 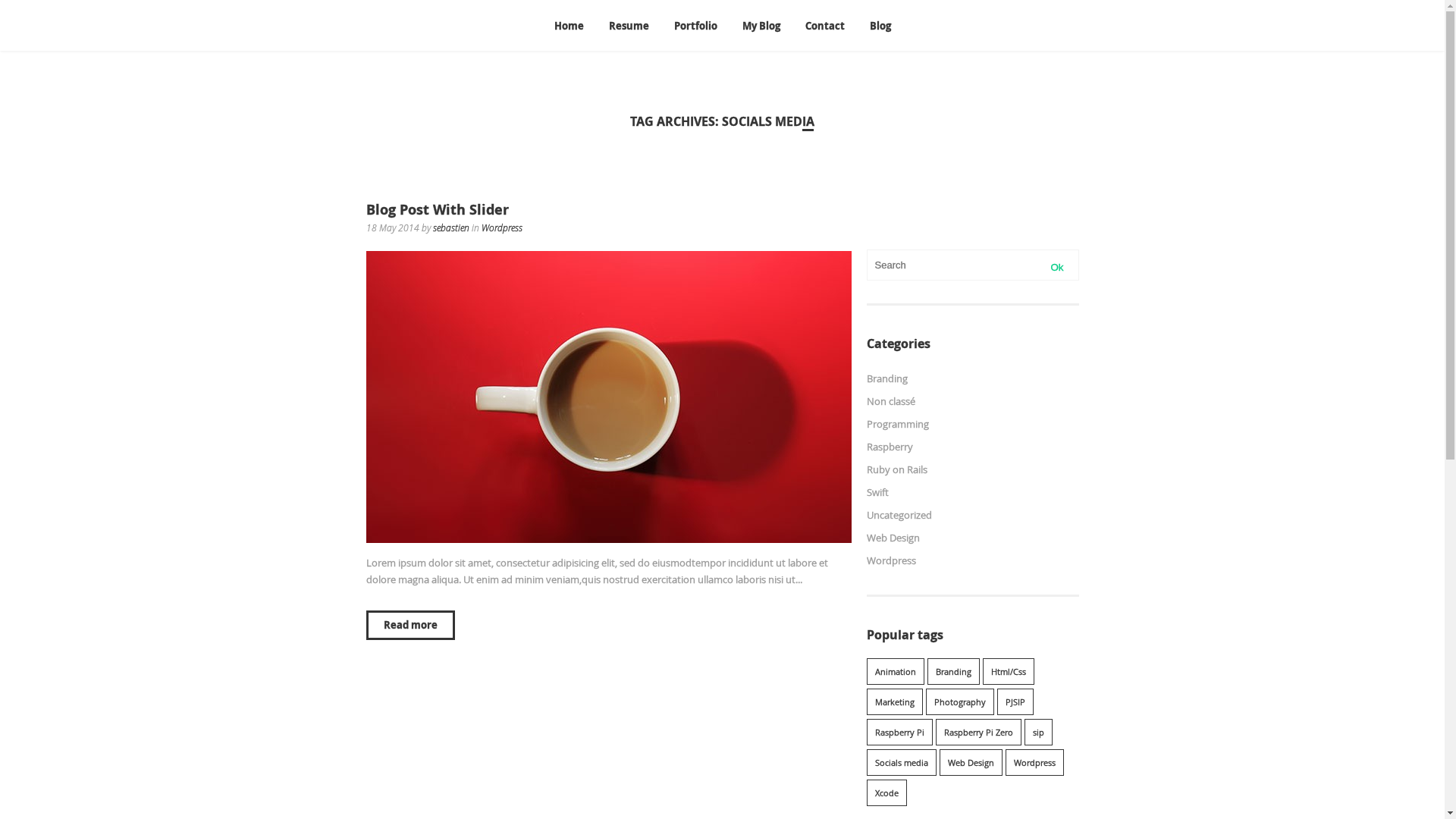 I want to click on 'sip', so click(x=1037, y=731).